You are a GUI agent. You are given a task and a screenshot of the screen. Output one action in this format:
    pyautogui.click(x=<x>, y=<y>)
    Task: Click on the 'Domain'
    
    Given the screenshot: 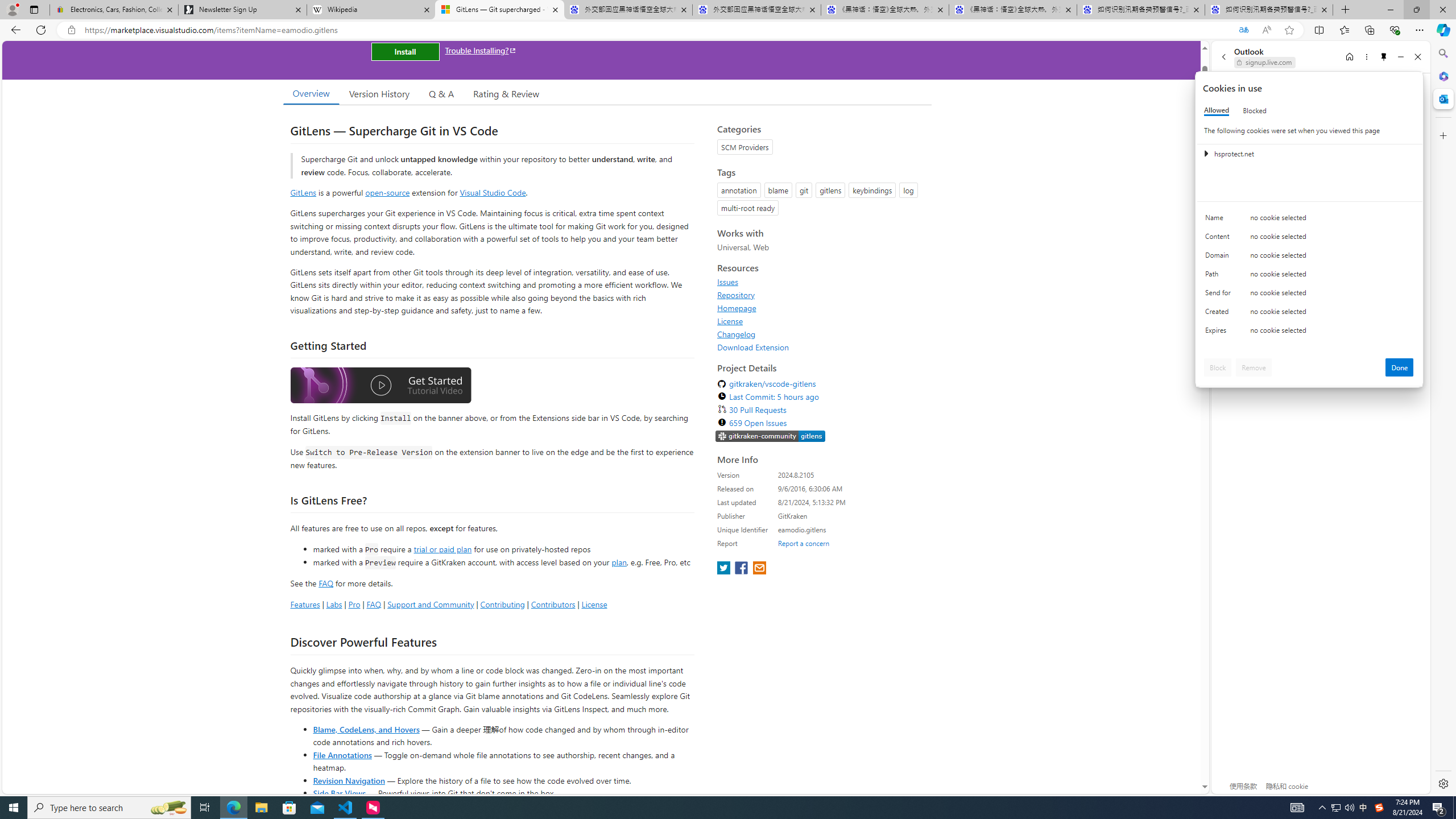 What is the action you would take?
    pyautogui.click(x=1219, y=257)
    